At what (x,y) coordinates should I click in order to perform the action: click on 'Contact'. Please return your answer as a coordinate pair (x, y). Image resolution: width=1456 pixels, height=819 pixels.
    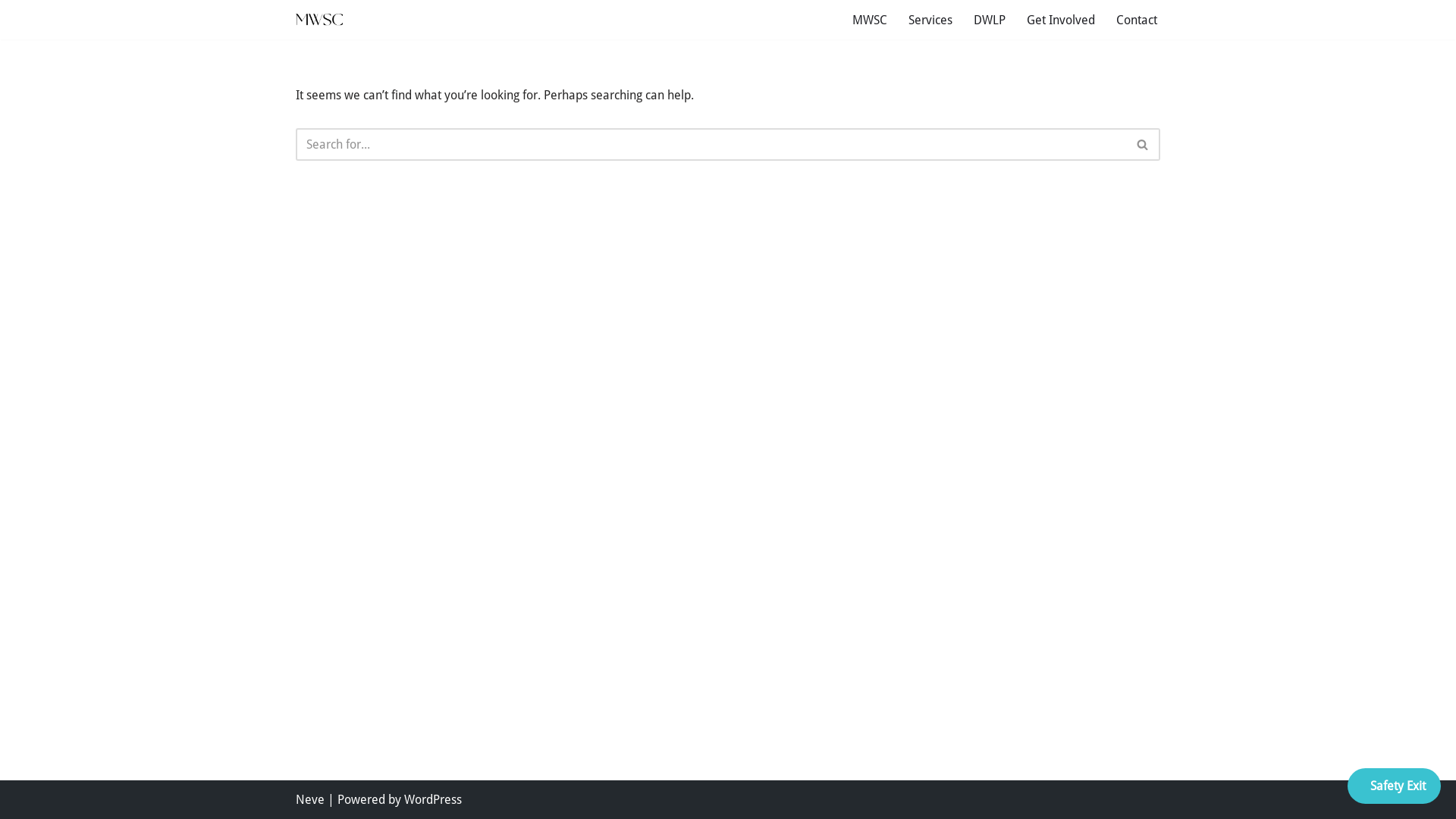
    Looking at the image, I should click on (1136, 20).